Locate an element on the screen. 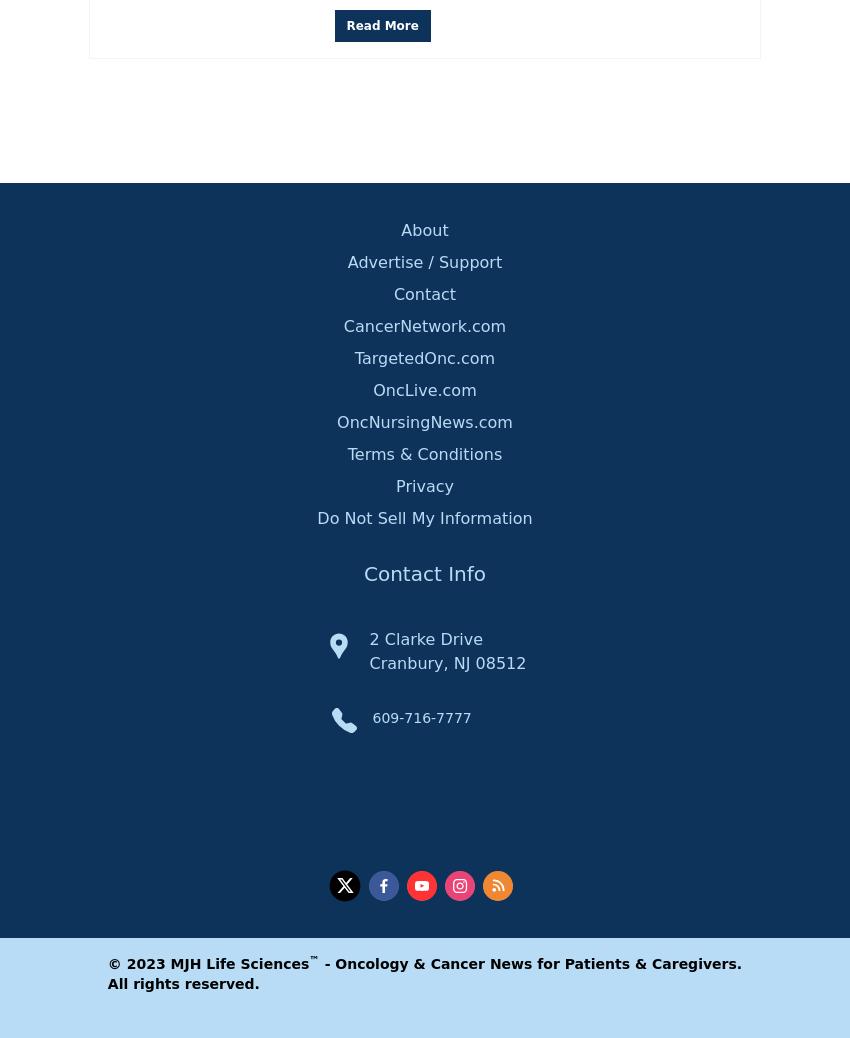  'About' is located at coordinates (401, 228).